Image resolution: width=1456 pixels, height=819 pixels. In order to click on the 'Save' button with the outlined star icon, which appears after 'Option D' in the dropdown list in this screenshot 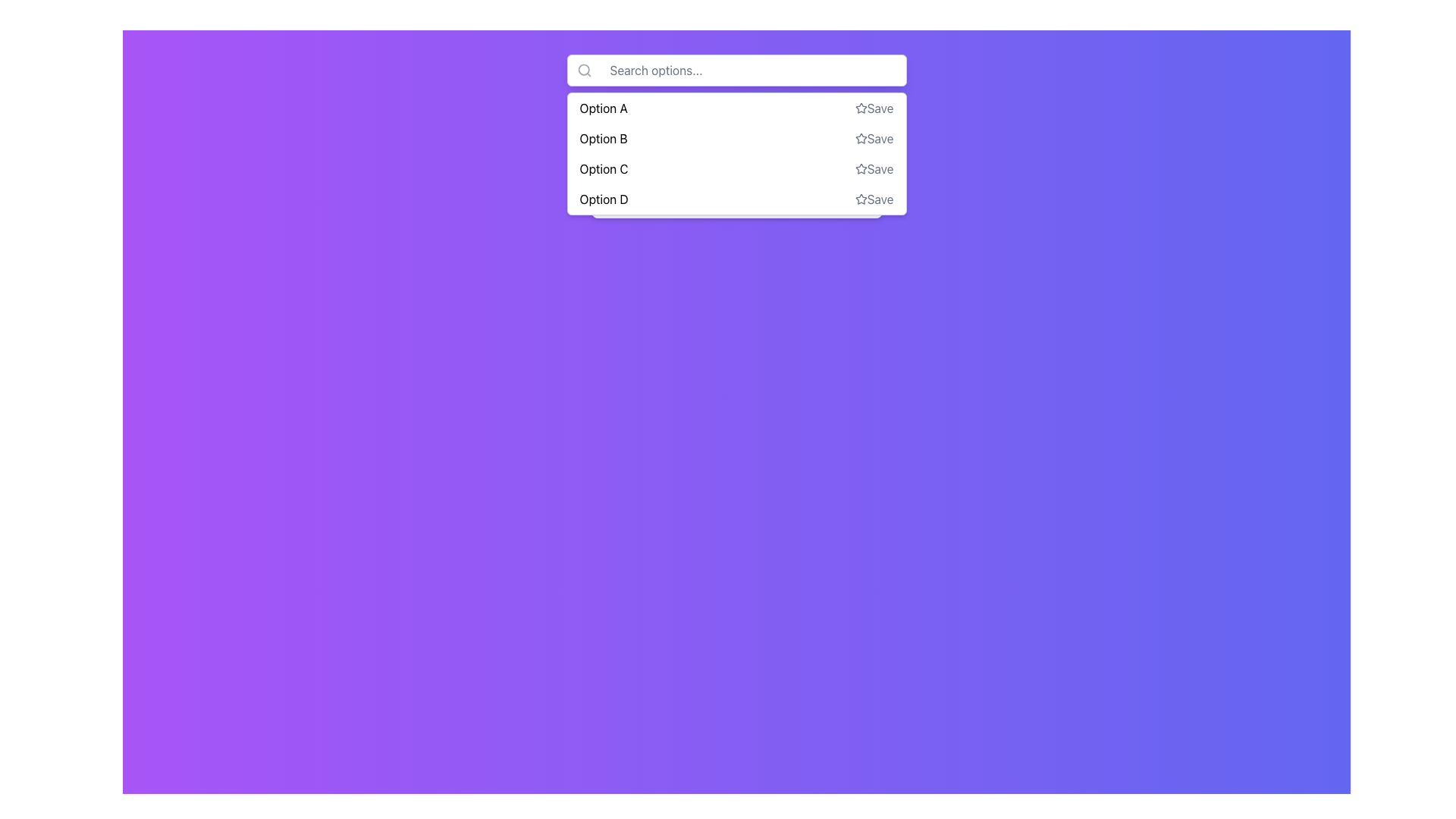, I will do `click(874, 198)`.